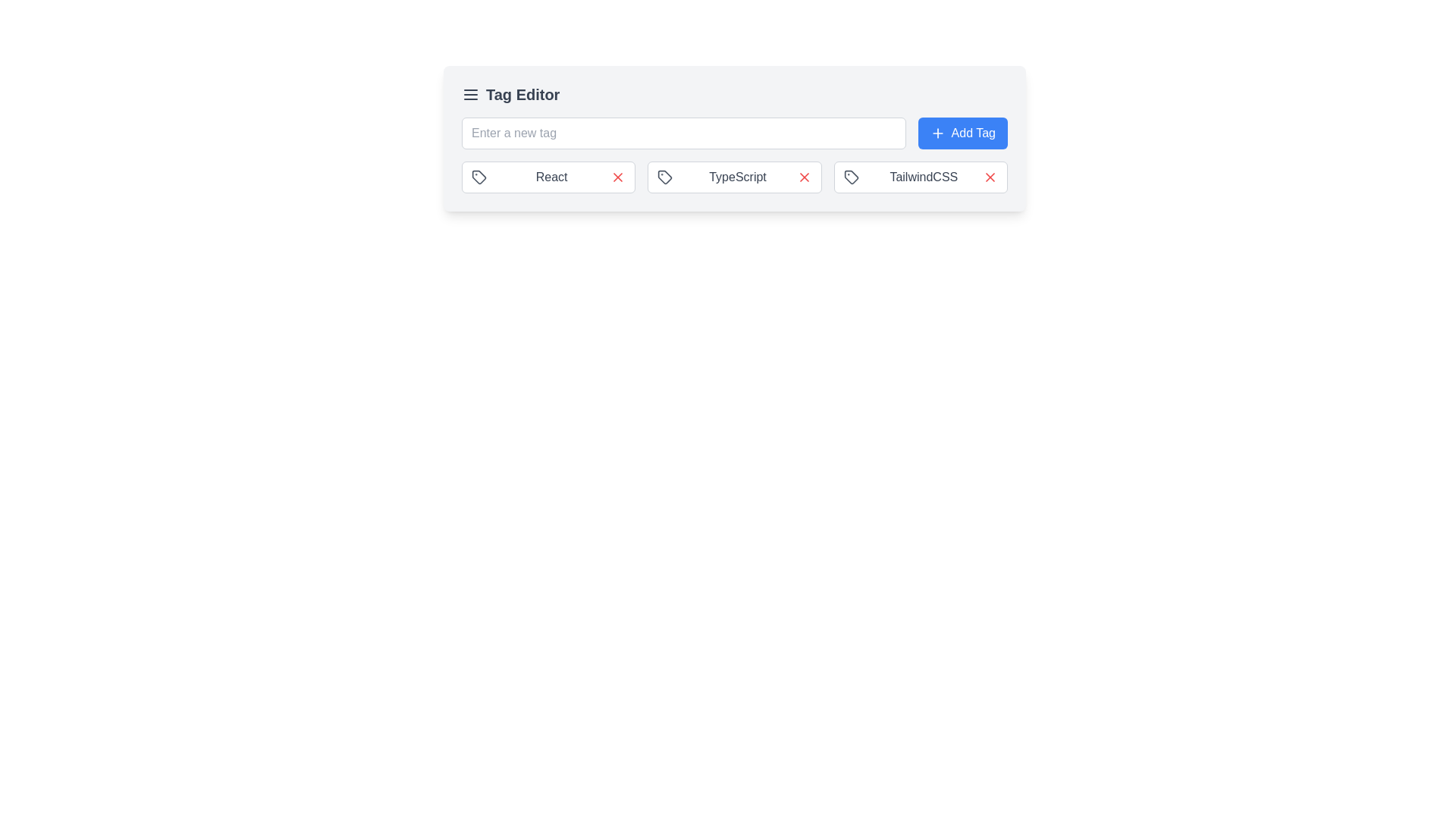 The width and height of the screenshot is (1456, 819). What do you see at coordinates (937, 133) in the screenshot?
I see `the small plus icon inside the 'Add Tag' button` at bounding box center [937, 133].